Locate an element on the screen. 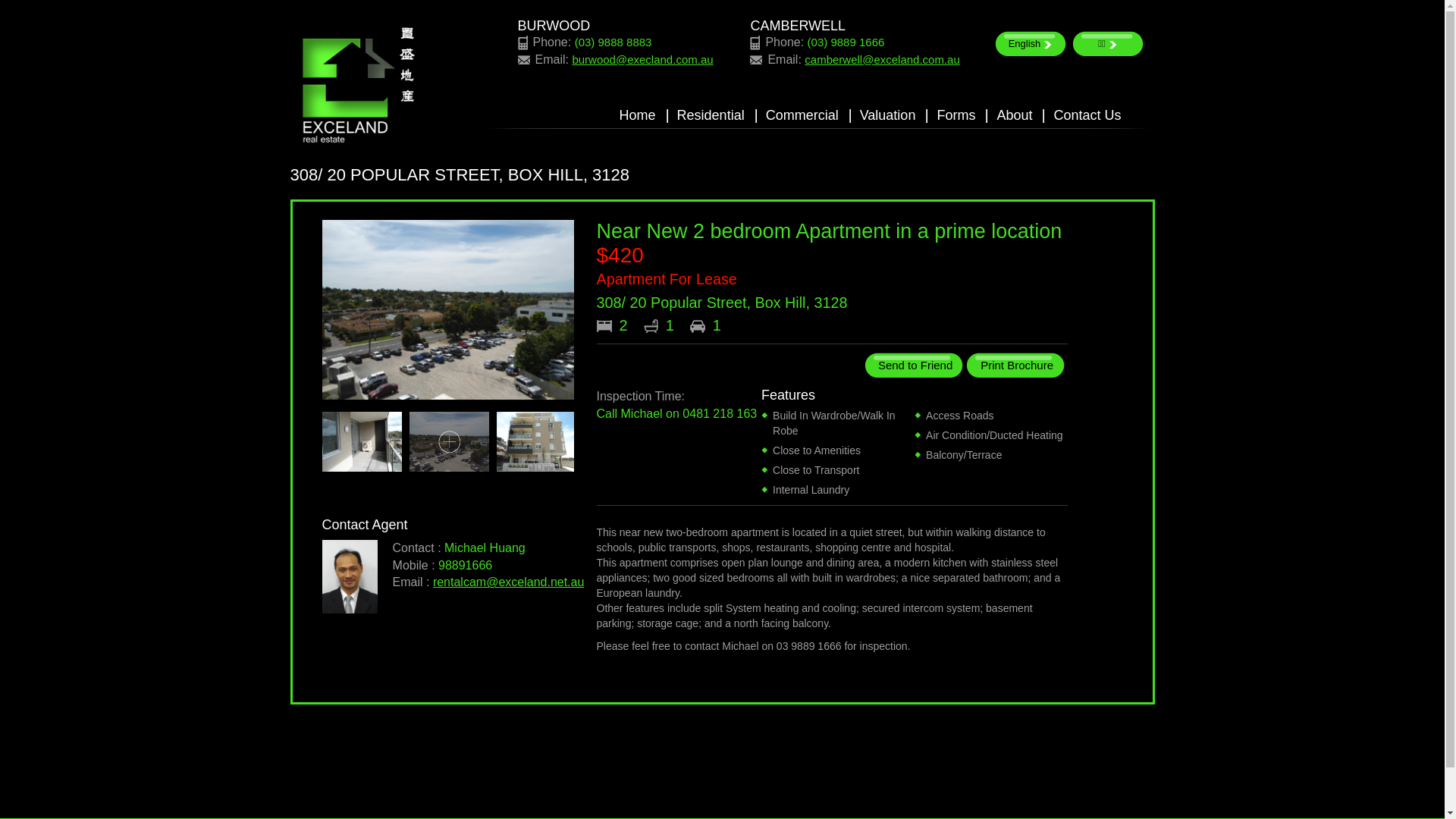  'Valuation' is located at coordinates (888, 115).